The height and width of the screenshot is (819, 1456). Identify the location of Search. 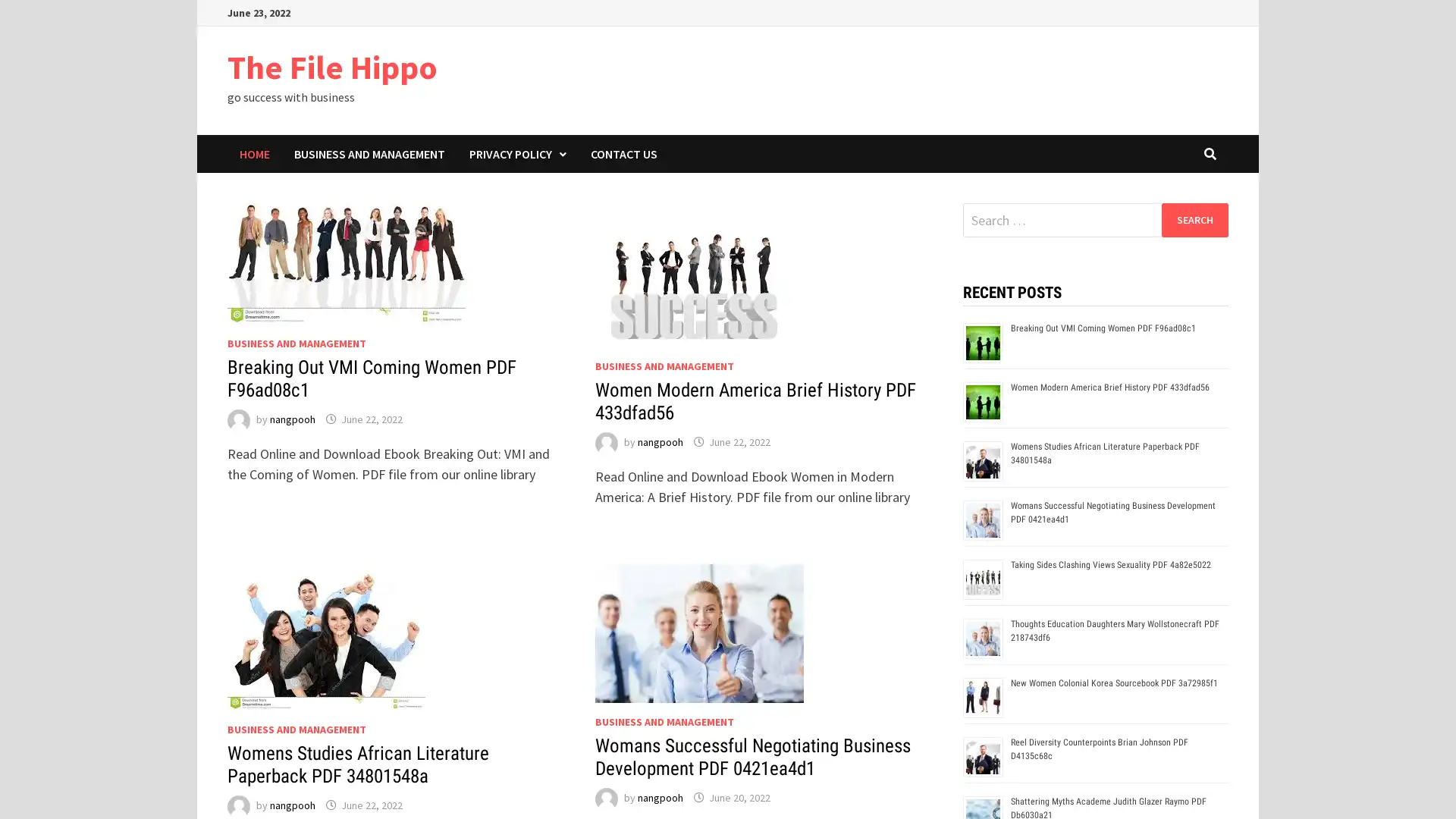
(1194, 219).